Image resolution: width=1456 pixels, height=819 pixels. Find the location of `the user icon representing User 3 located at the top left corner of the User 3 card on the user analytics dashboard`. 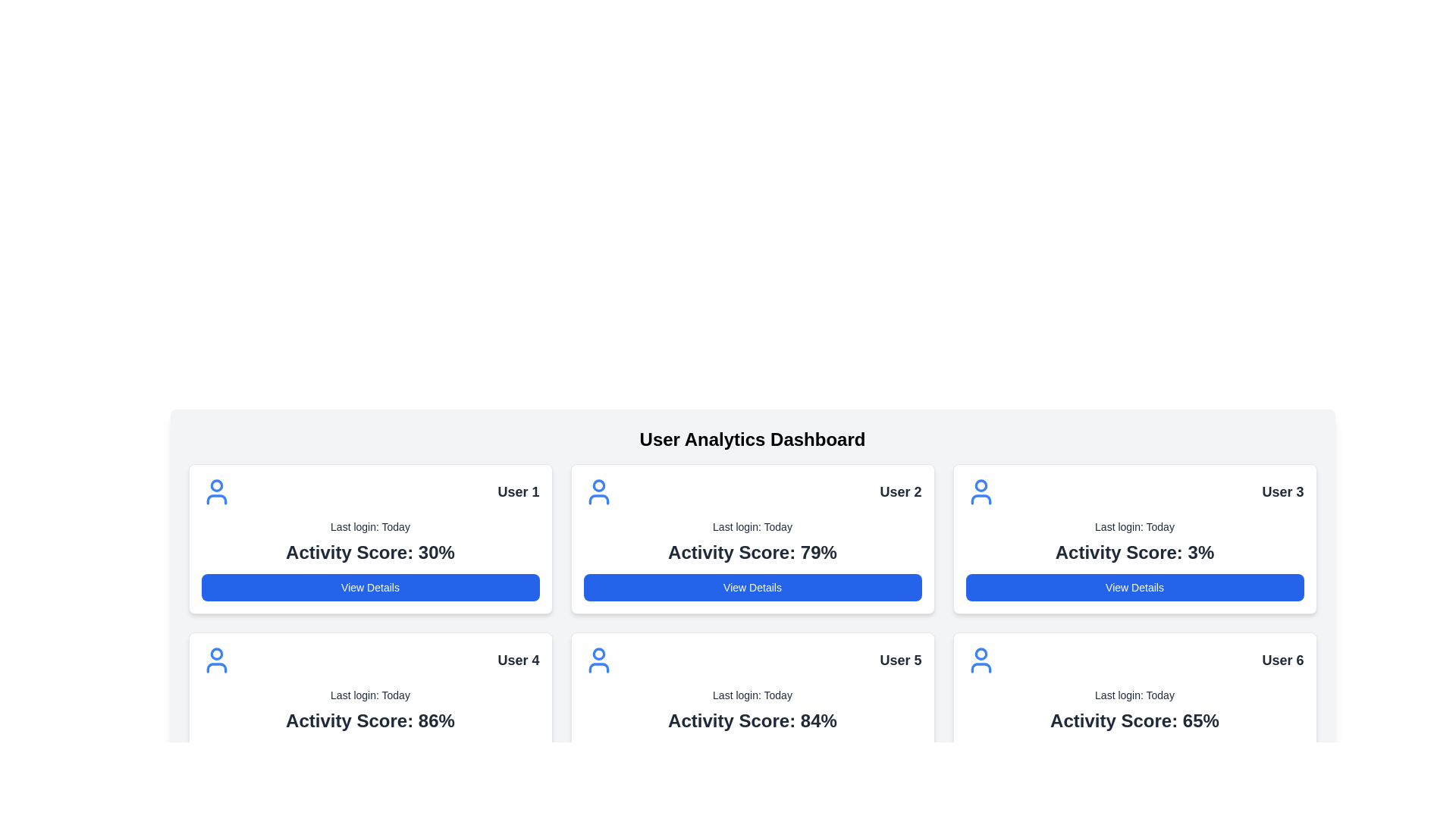

the user icon representing User 3 located at the top left corner of the User 3 card on the user analytics dashboard is located at coordinates (981, 491).